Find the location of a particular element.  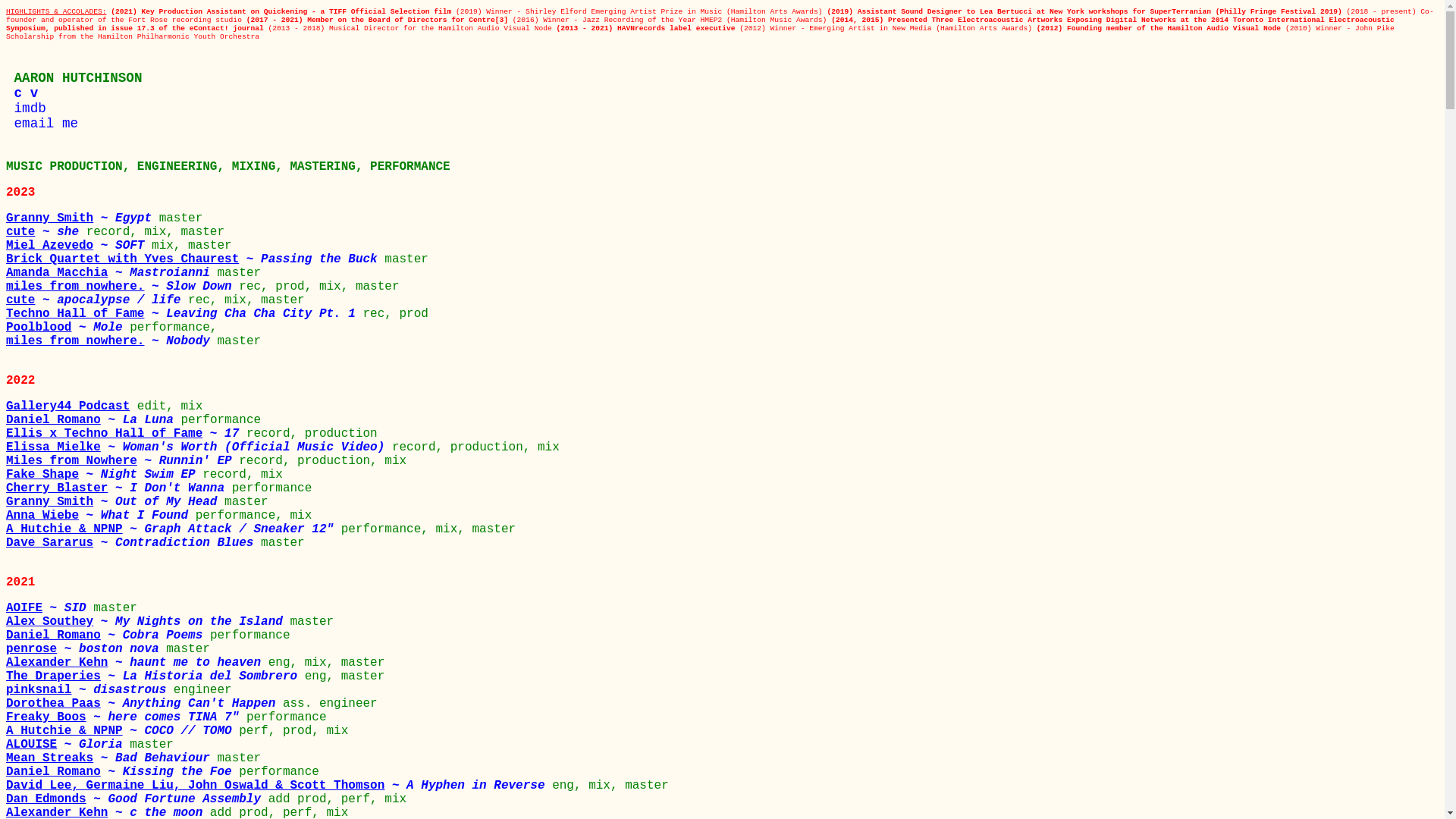

'The Draperies ~ La Historia del Sombrero' is located at coordinates (6, 675).